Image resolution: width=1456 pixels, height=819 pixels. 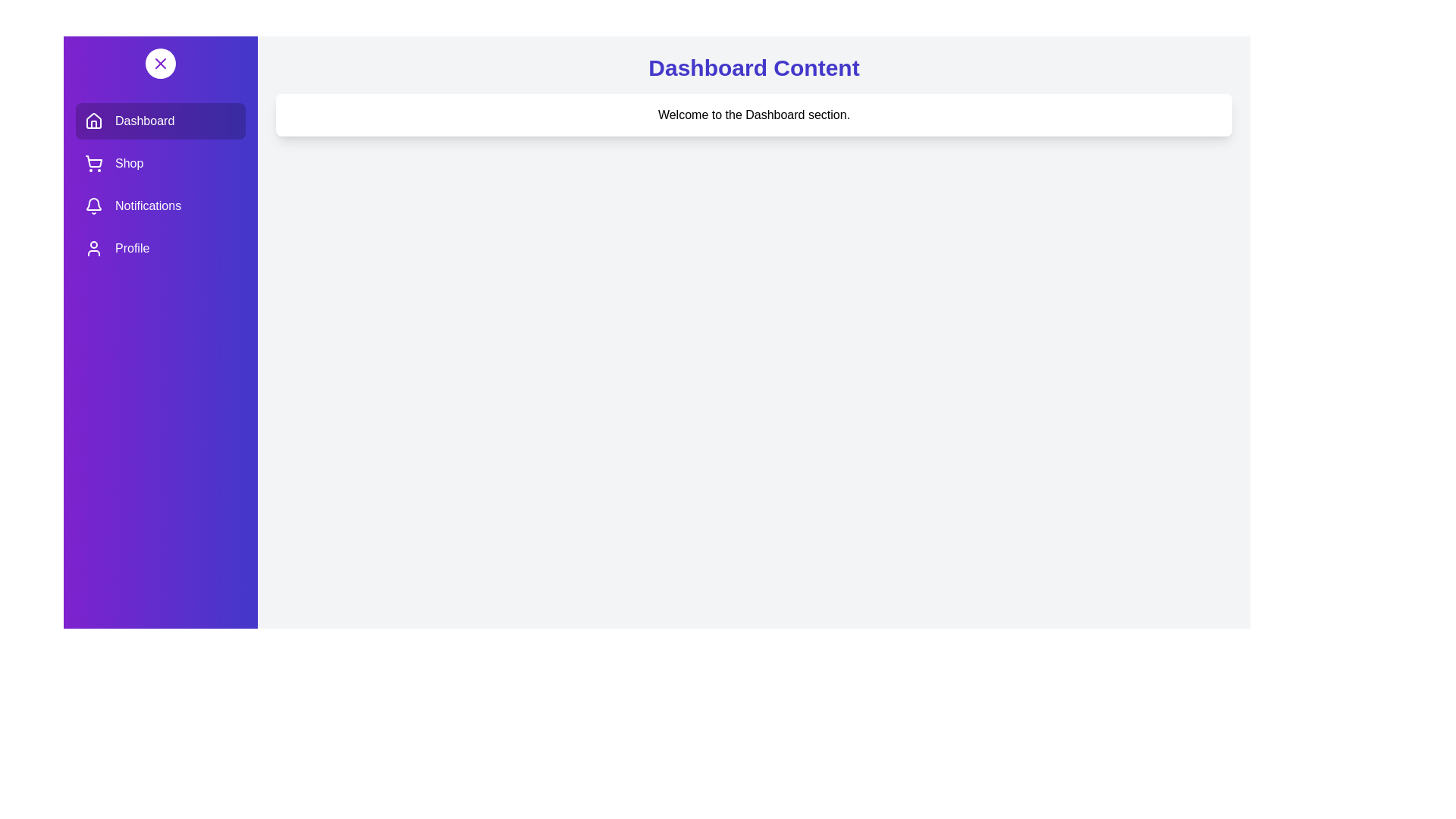 What do you see at coordinates (160, 120) in the screenshot?
I see `the Dashboard section in the drawer to activate it` at bounding box center [160, 120].